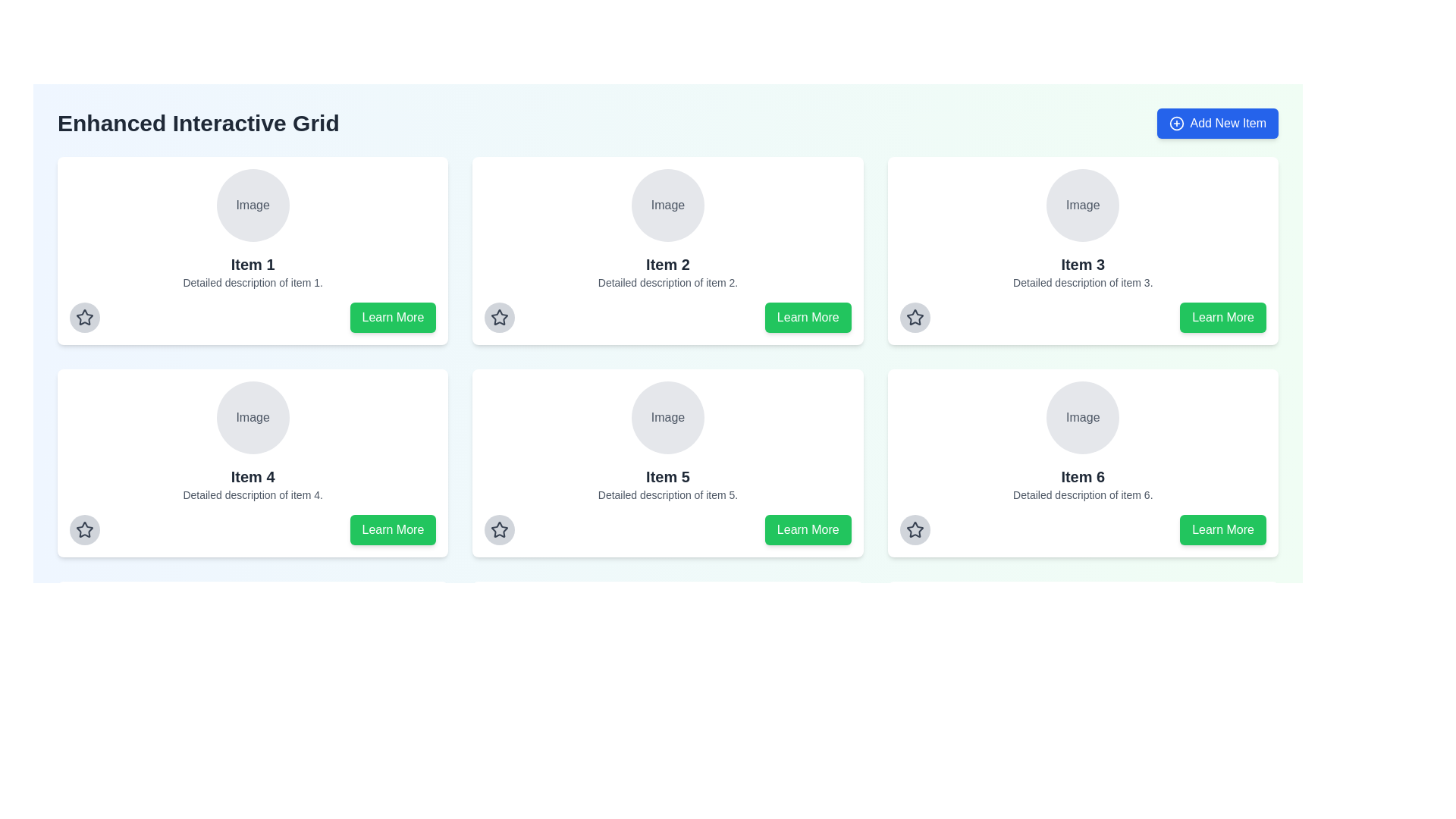 The image size is (1456, 819). Describe the element at coordinates (500, 529) in the screenshot. I see `the circular button with a star icon located` at that location.